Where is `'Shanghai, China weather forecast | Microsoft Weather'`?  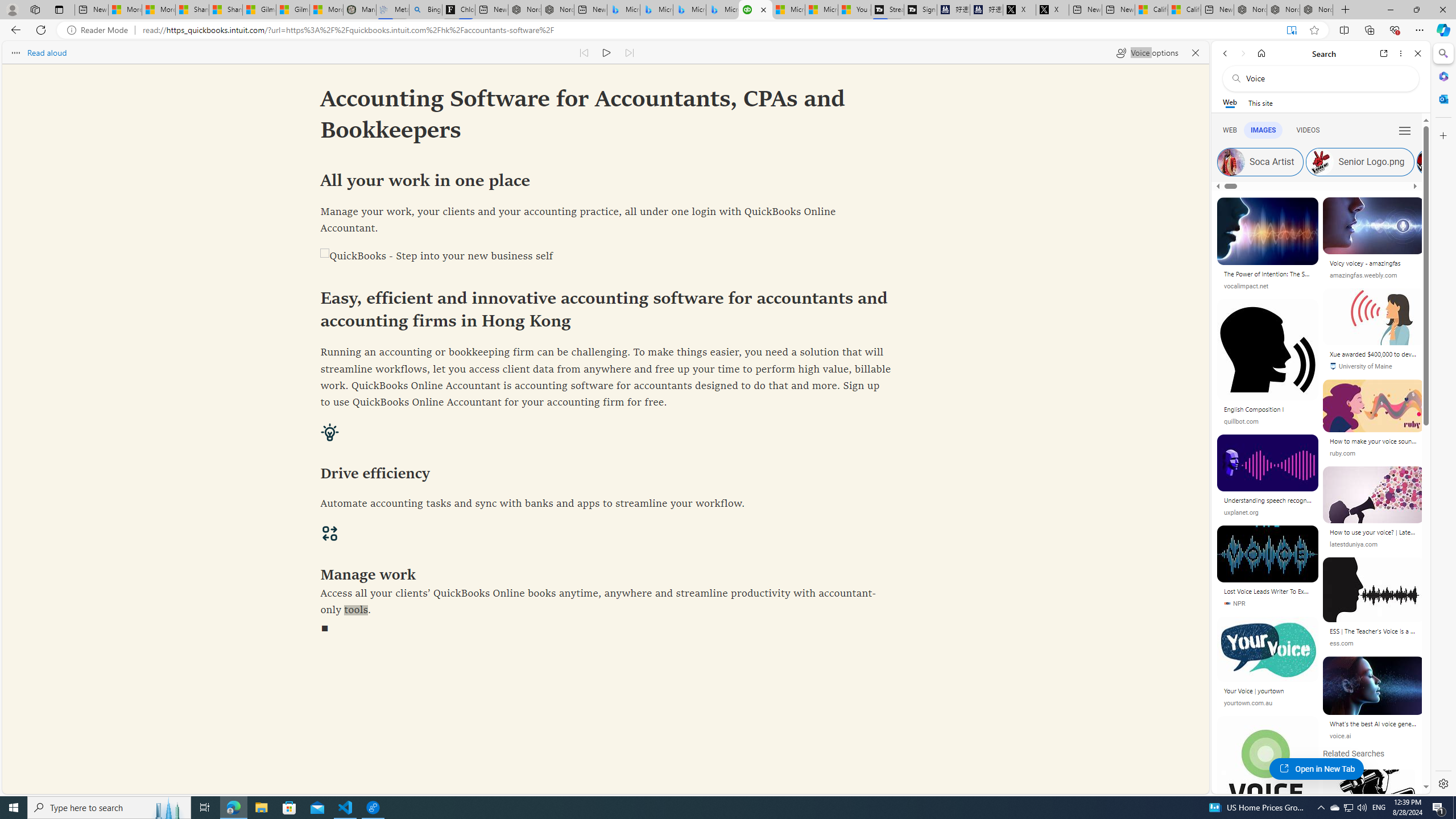
'Shanghai, China weather forecast | Microsoft Weather' is located at coordinates (225, 9).